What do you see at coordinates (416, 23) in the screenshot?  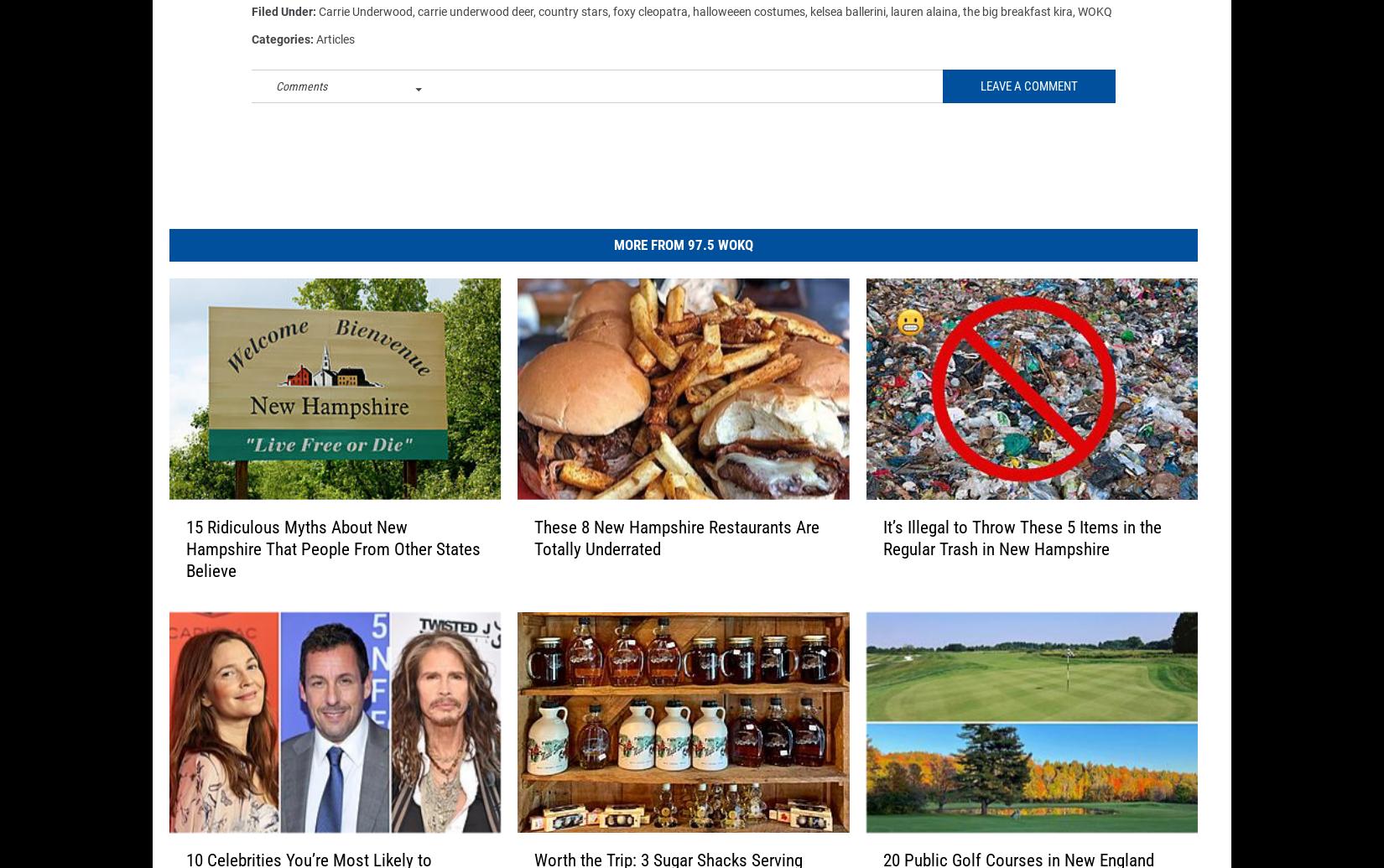 I see `'carrie underwood deer'` at bounding box center [416, 23].